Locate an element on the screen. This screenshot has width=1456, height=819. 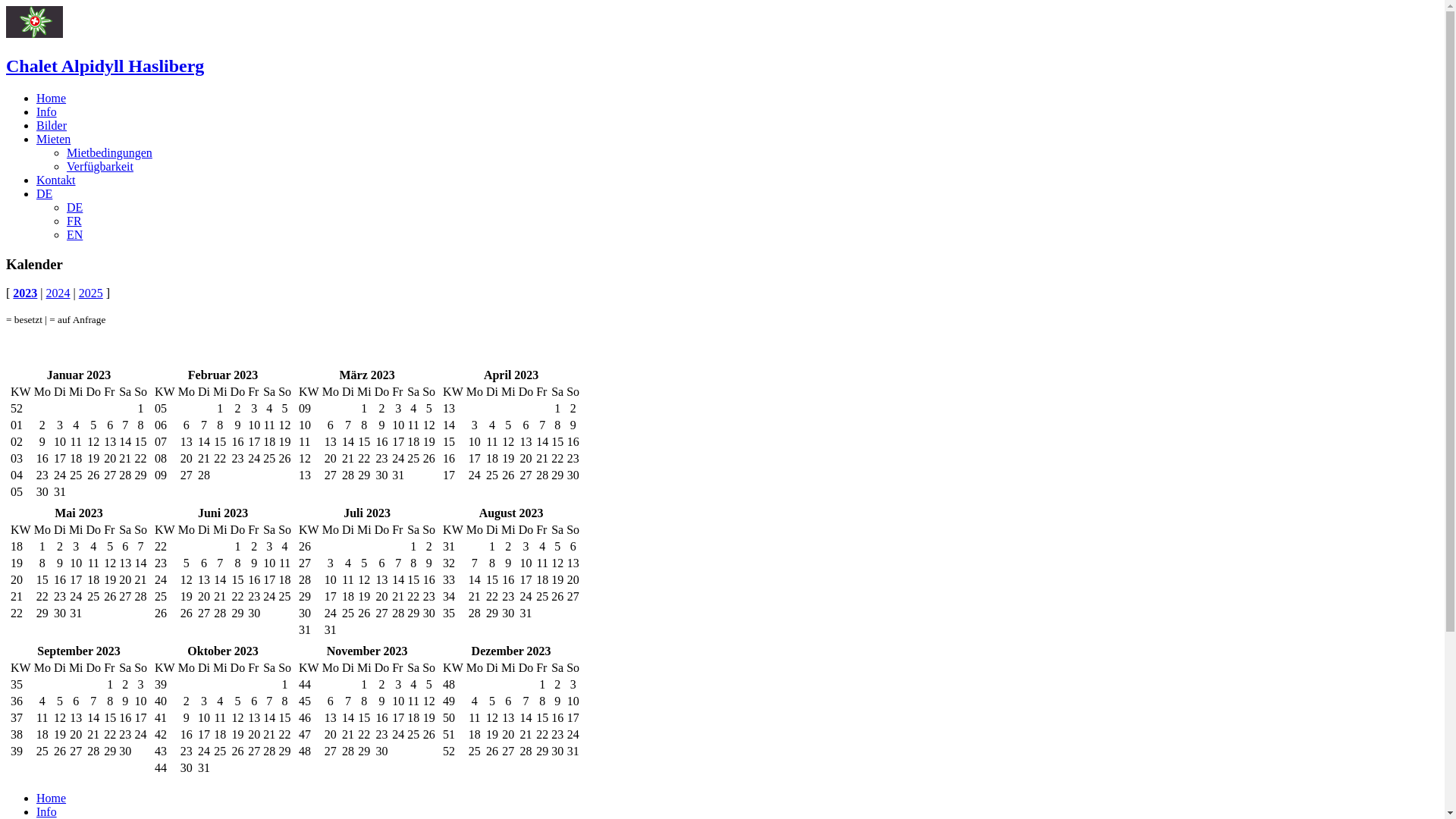
'Chalet Alpidyll Hasliberg' is located at coordinates (104, 65).